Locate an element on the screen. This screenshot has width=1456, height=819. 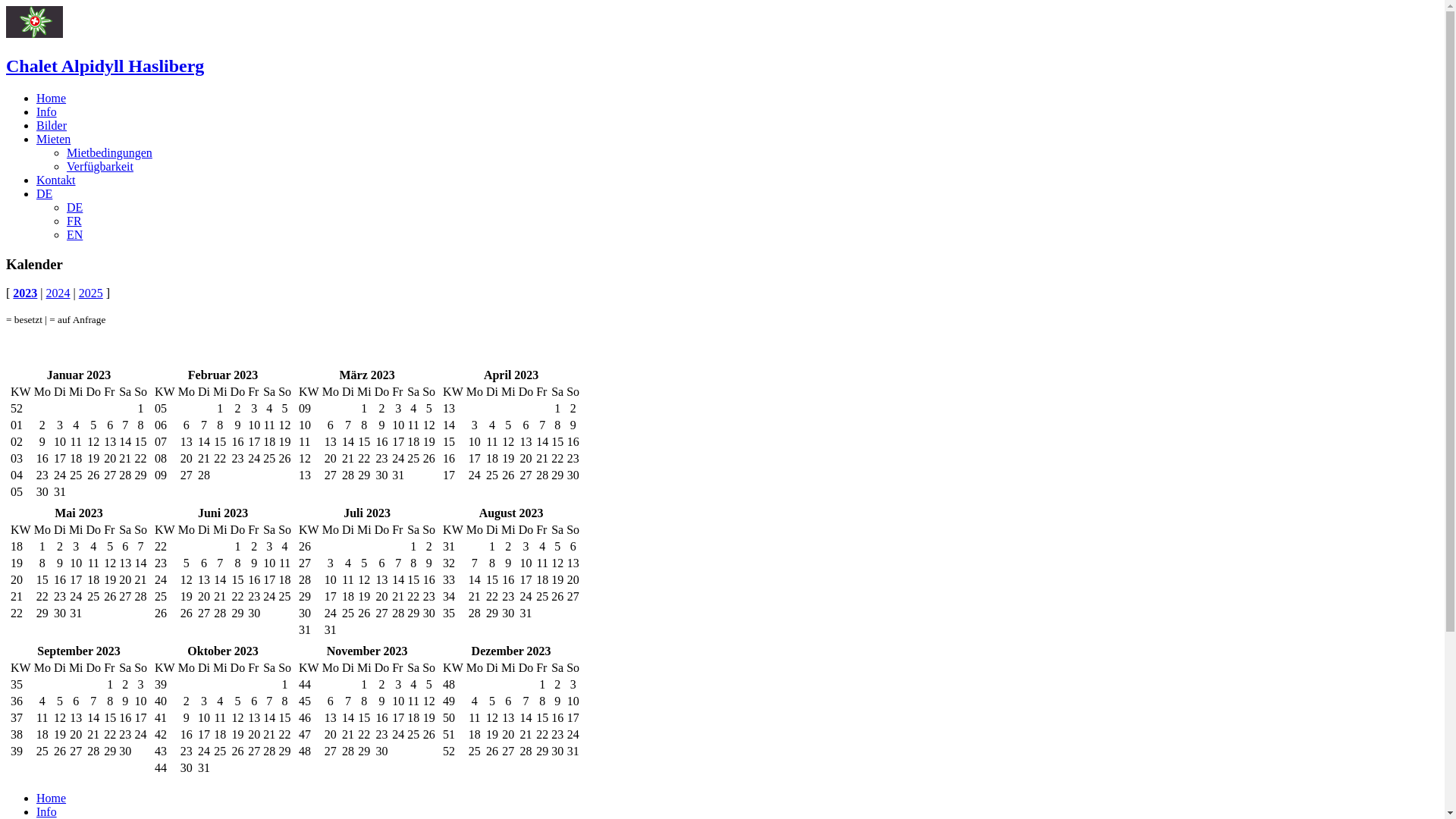
'Chalet Alpidyll Hasliberg' is located at coordinates (104, 65).